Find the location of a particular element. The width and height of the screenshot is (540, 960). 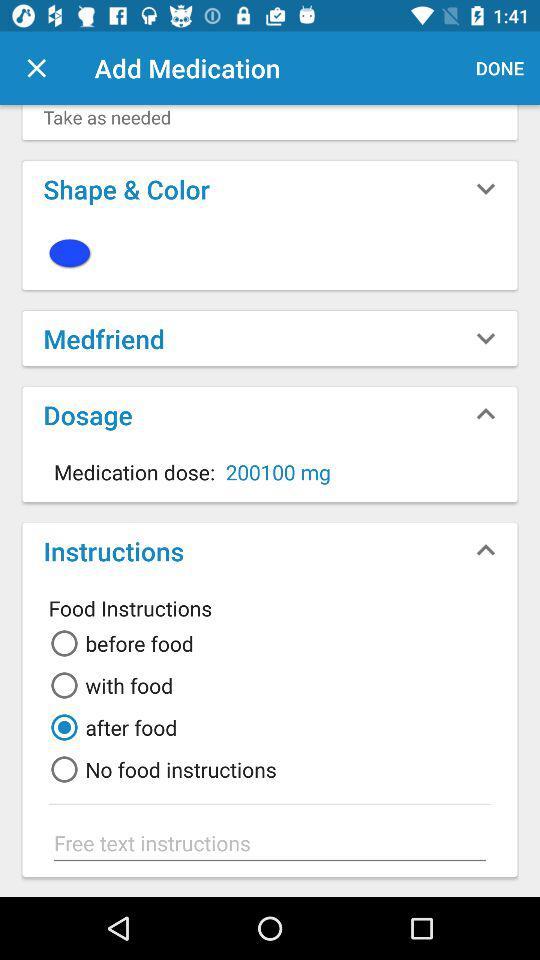

the first radio button along with the text beside to it is located at coordinates (119, 642).